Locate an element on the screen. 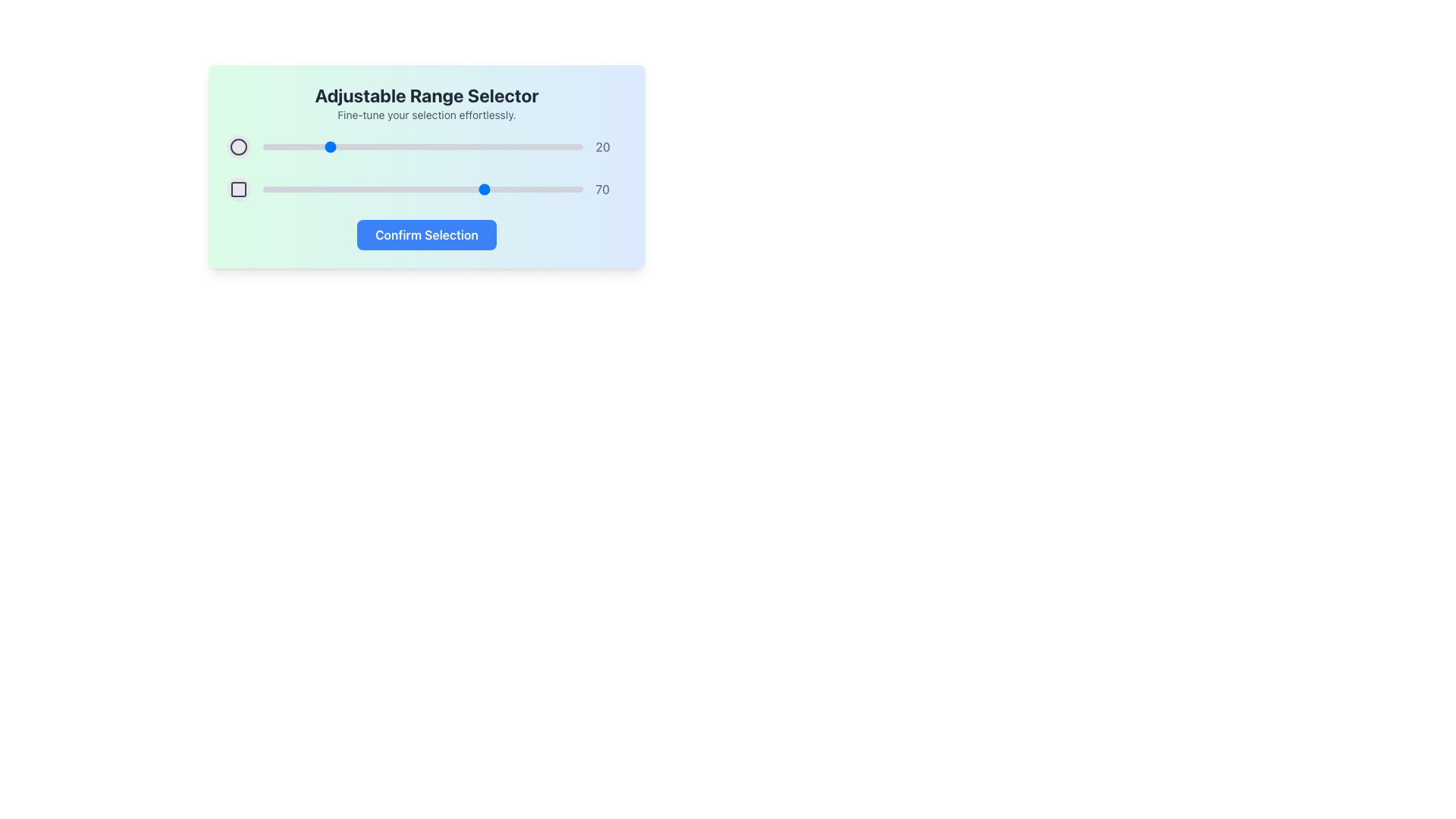 The height and width of the screenshot is (819, 1456). the slider value is located at coordinates (576, 189).